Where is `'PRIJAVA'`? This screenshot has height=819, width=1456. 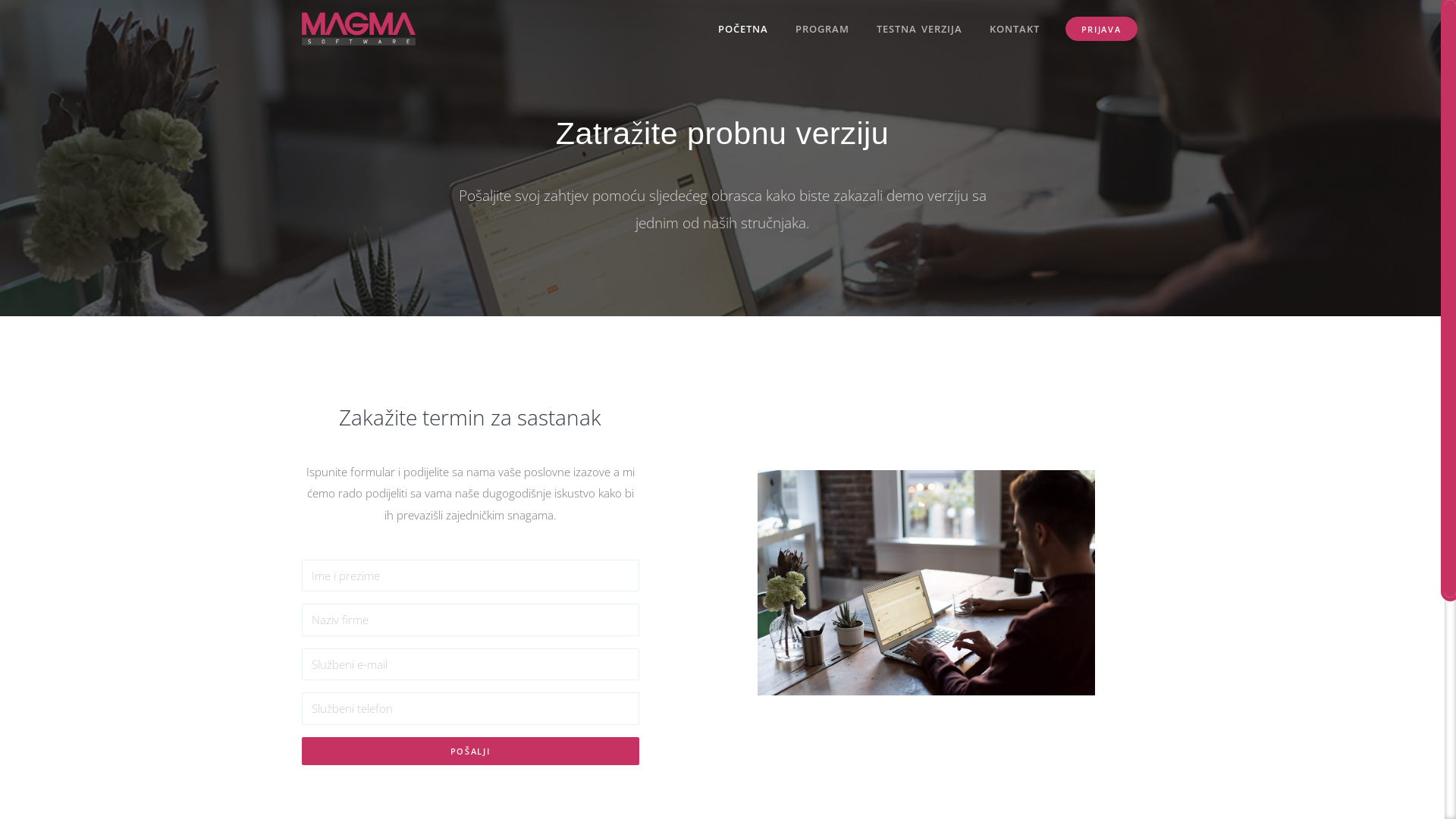
'PRIJAVA' is located at coordinates (1065, 29).